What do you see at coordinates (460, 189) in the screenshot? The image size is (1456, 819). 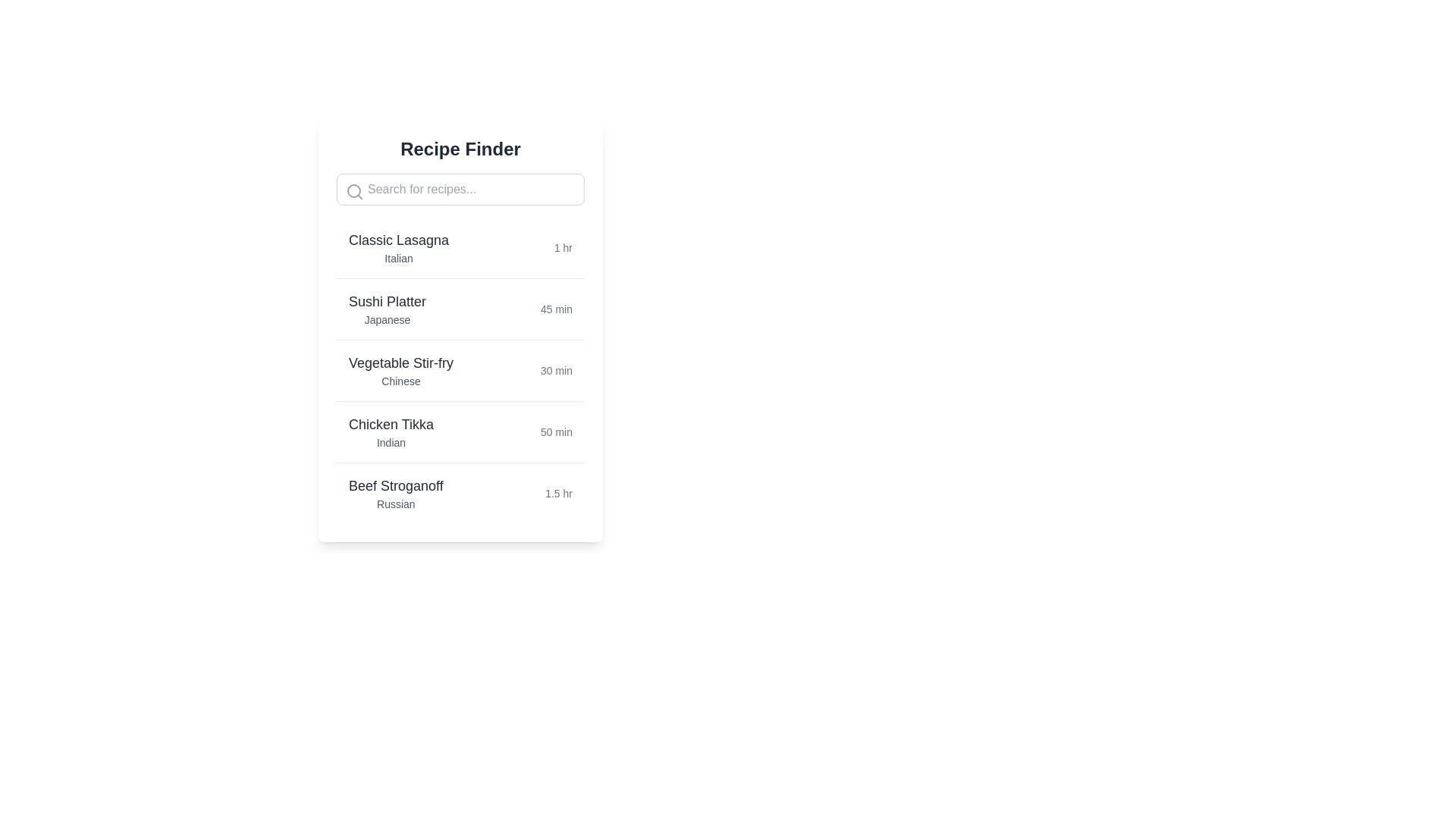 I see `the text input field for searching recipes, located beneath the 'Recipe Finder' title` at bounding box center [460, 189].